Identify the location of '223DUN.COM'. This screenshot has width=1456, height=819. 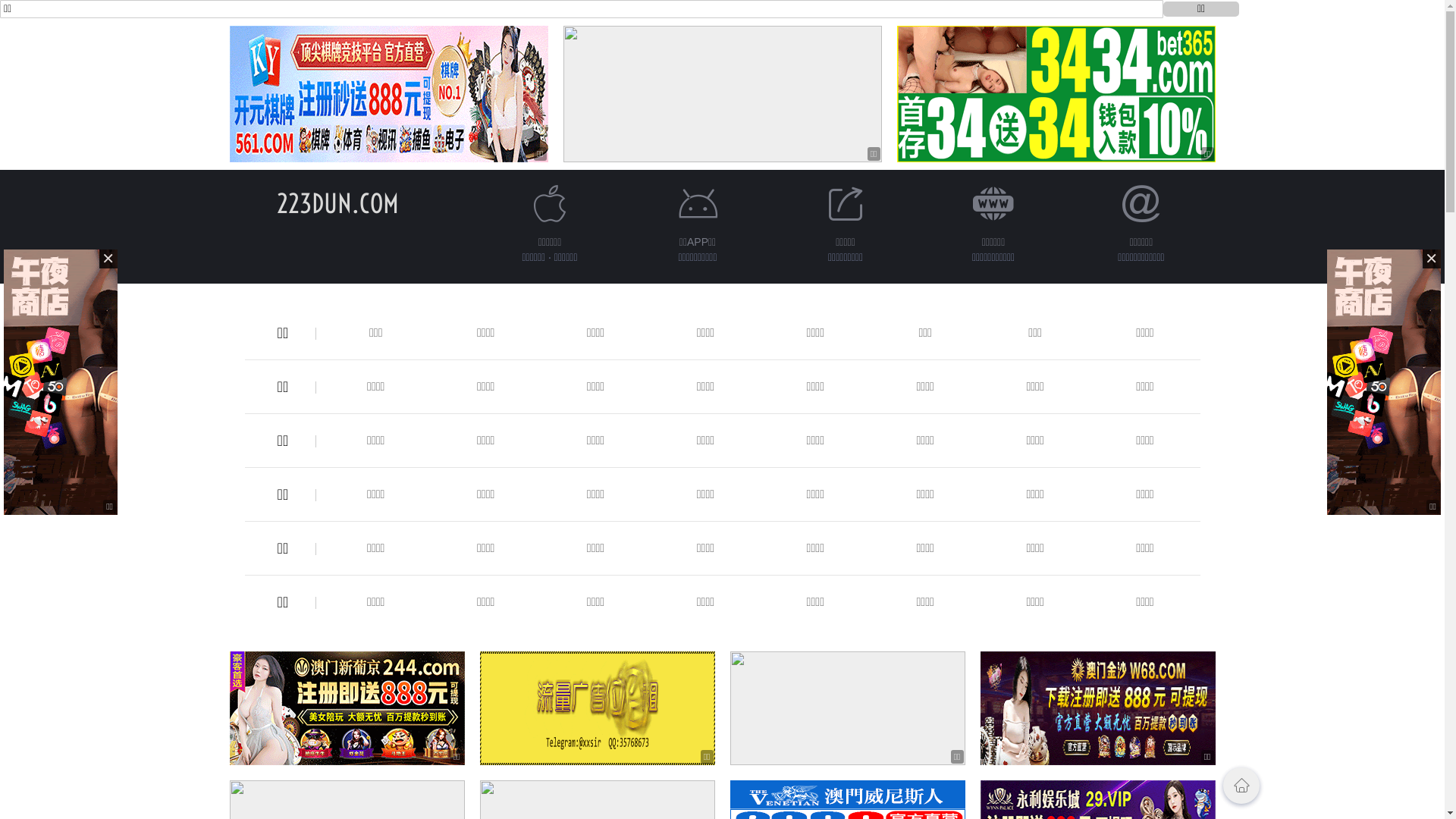
(337, 202).